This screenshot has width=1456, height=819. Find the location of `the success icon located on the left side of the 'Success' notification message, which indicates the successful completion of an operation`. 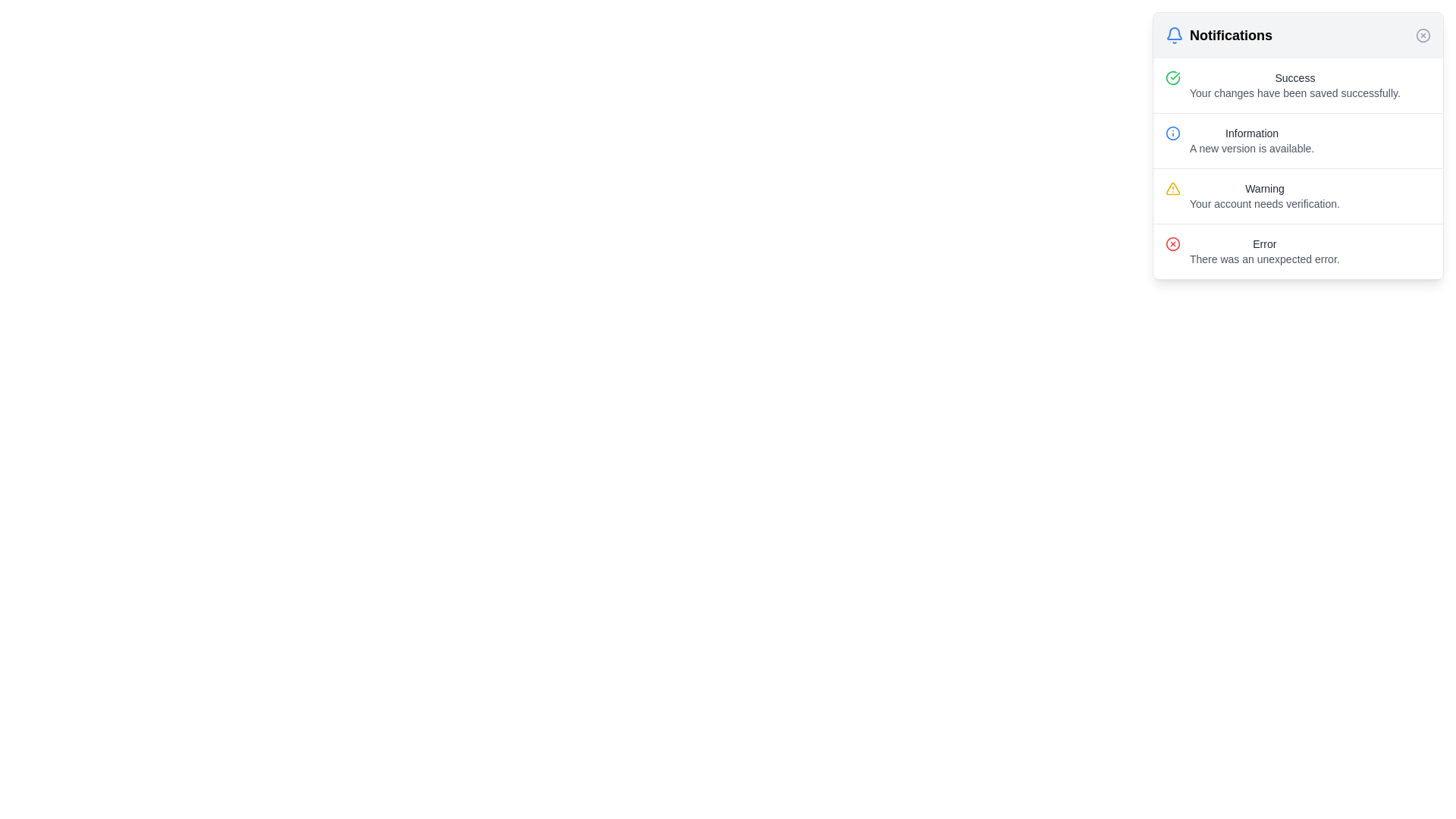

the success icon located on the left side of the 'Success' notification message, which indicates the successful completion of an operation is located at coordinates (1172, 78).